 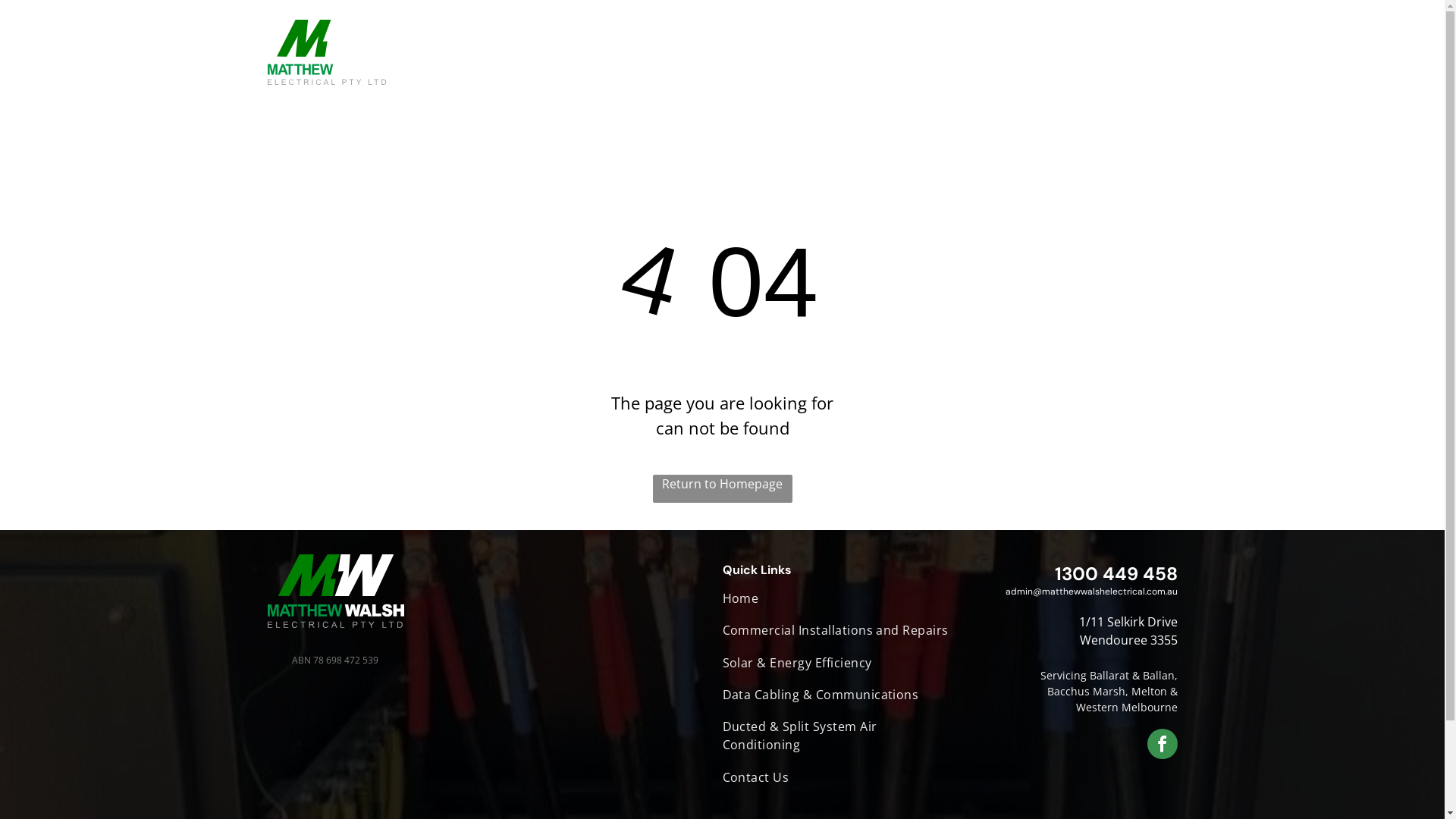 What do you see at coordinates (835, 632) in the screenshot?
I see `'Commercial Installations and Repairs'` at bounding box center [835, 632].